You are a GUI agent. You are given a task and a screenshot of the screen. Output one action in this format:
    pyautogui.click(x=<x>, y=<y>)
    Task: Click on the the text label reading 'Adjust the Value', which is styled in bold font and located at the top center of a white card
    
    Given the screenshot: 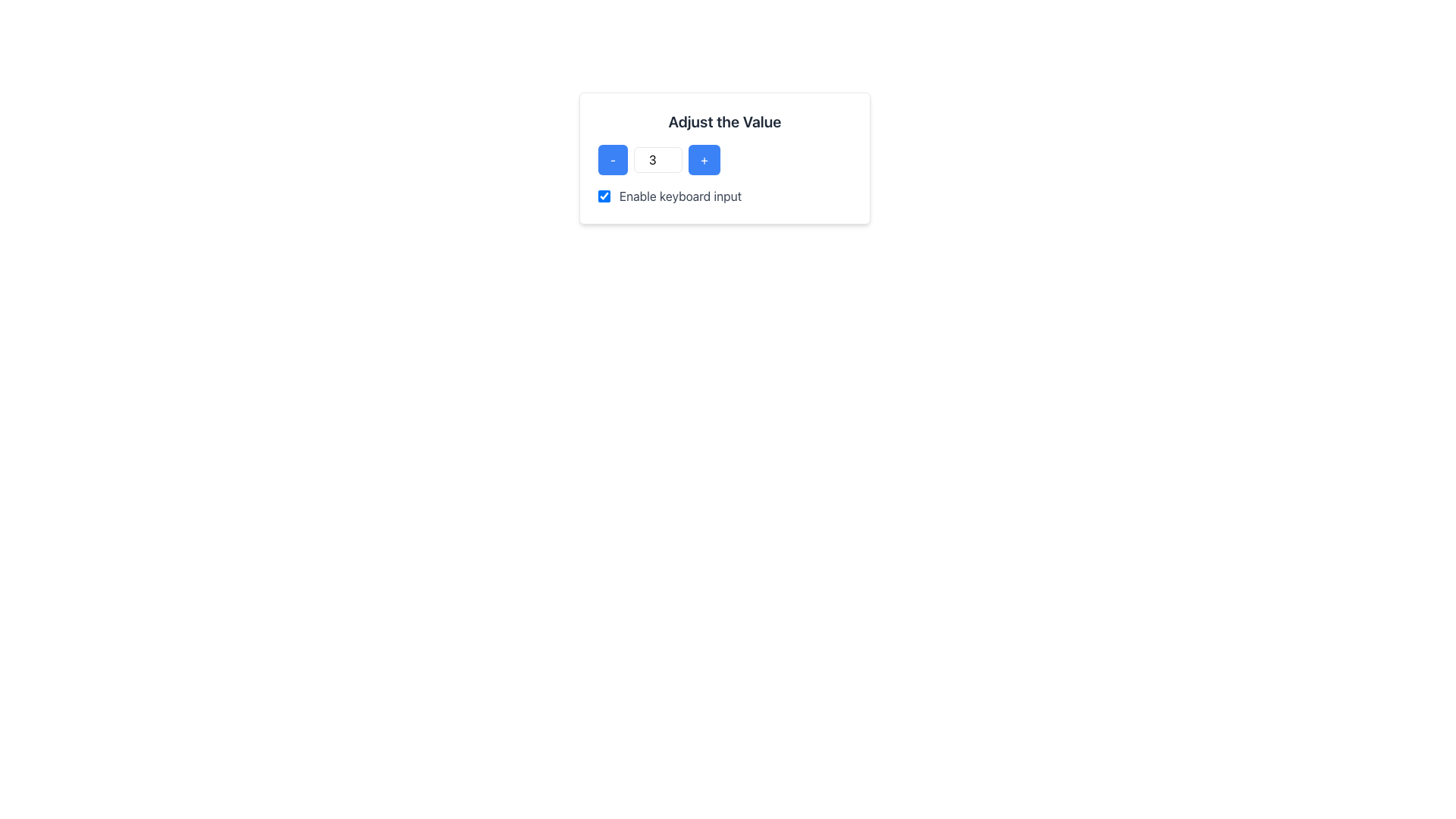 What is the action you would take?
    pyautogui.click(x=723, y=121)
    